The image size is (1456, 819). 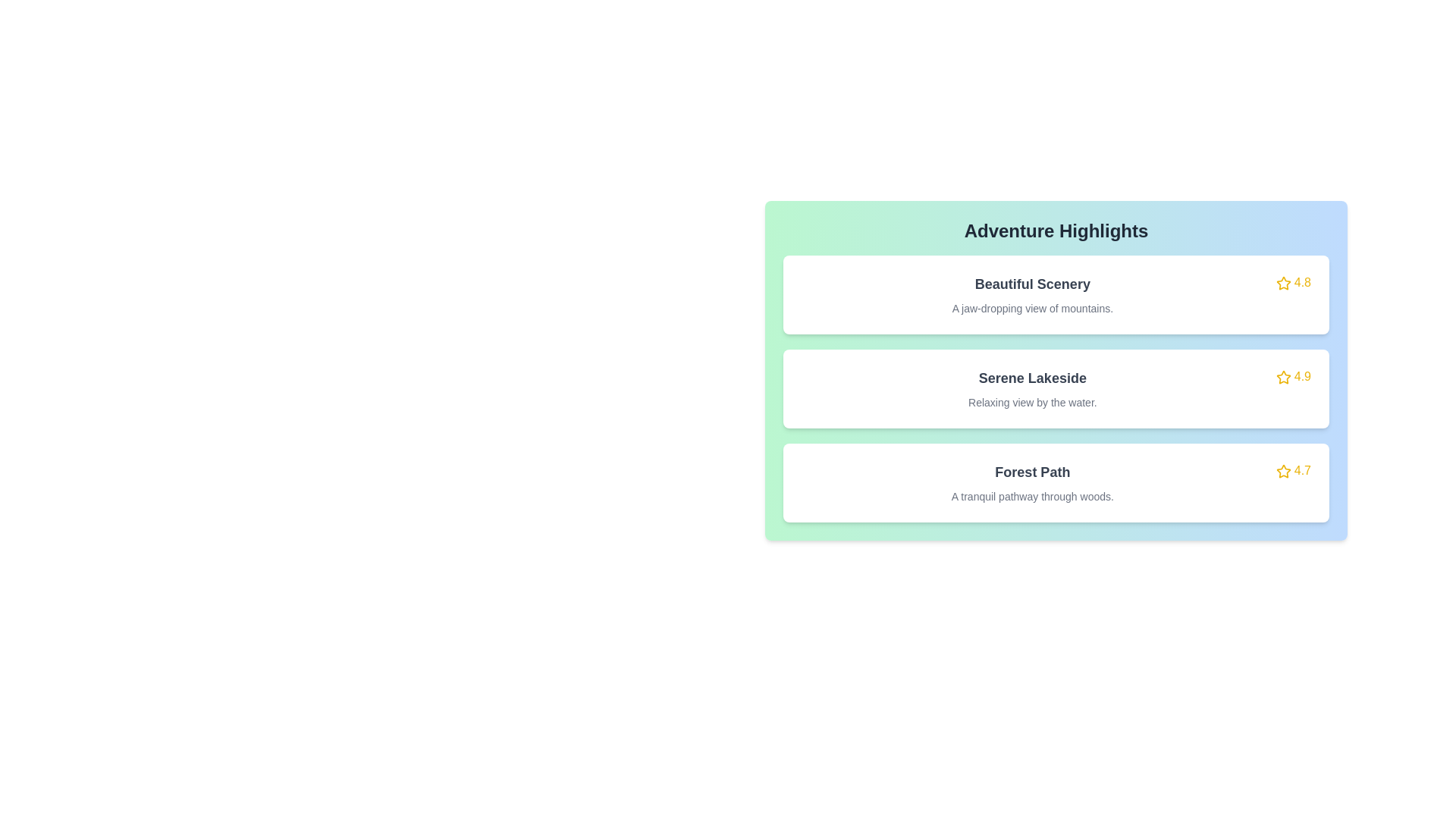 I want to click on the list item Beautiful Scenery to observe its hover effect, so click(x=1055, y=295).